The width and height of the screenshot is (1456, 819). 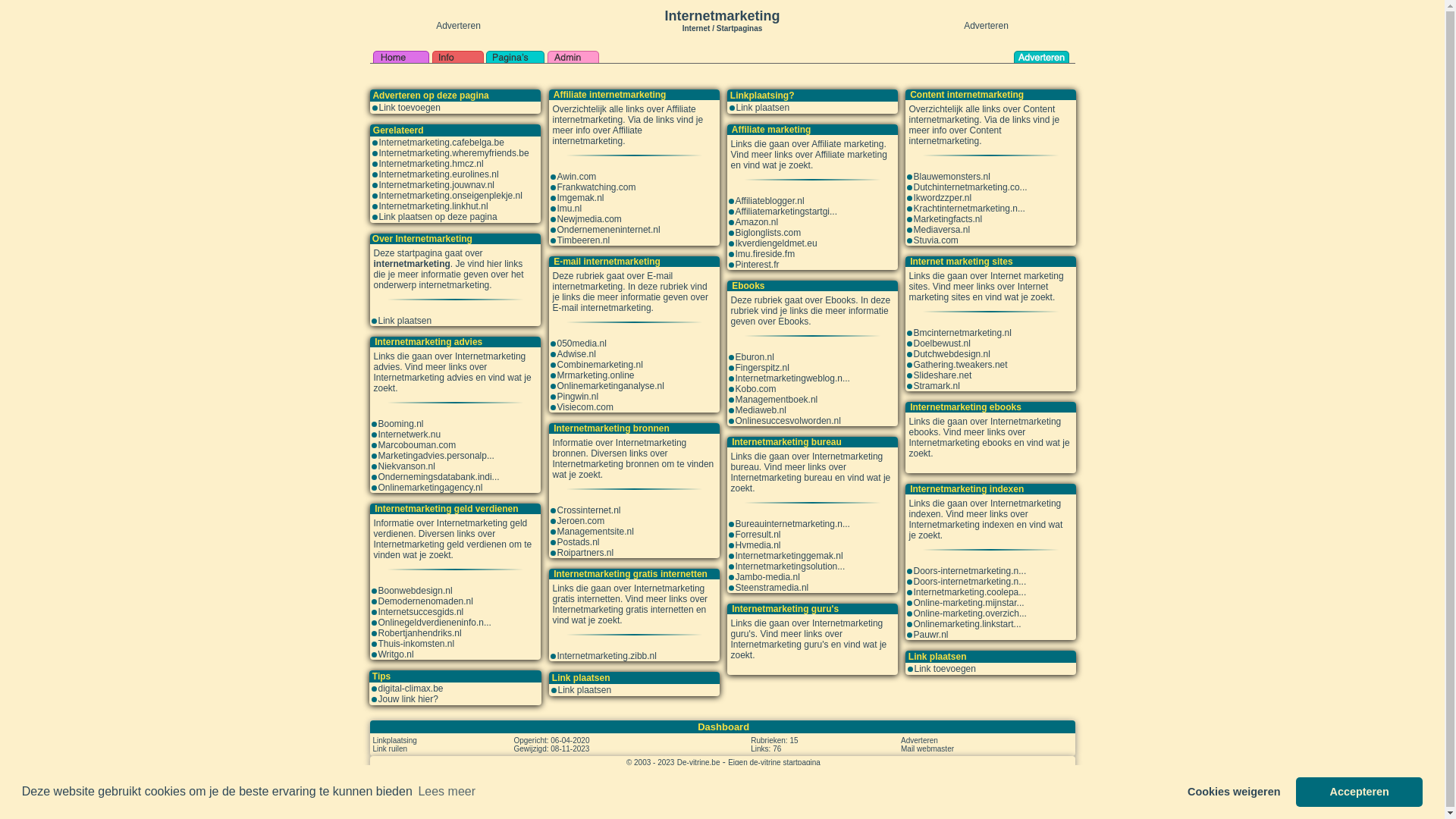 I want to click on 'Onlinemarketingagency.nl', so click(x=428, y=488).